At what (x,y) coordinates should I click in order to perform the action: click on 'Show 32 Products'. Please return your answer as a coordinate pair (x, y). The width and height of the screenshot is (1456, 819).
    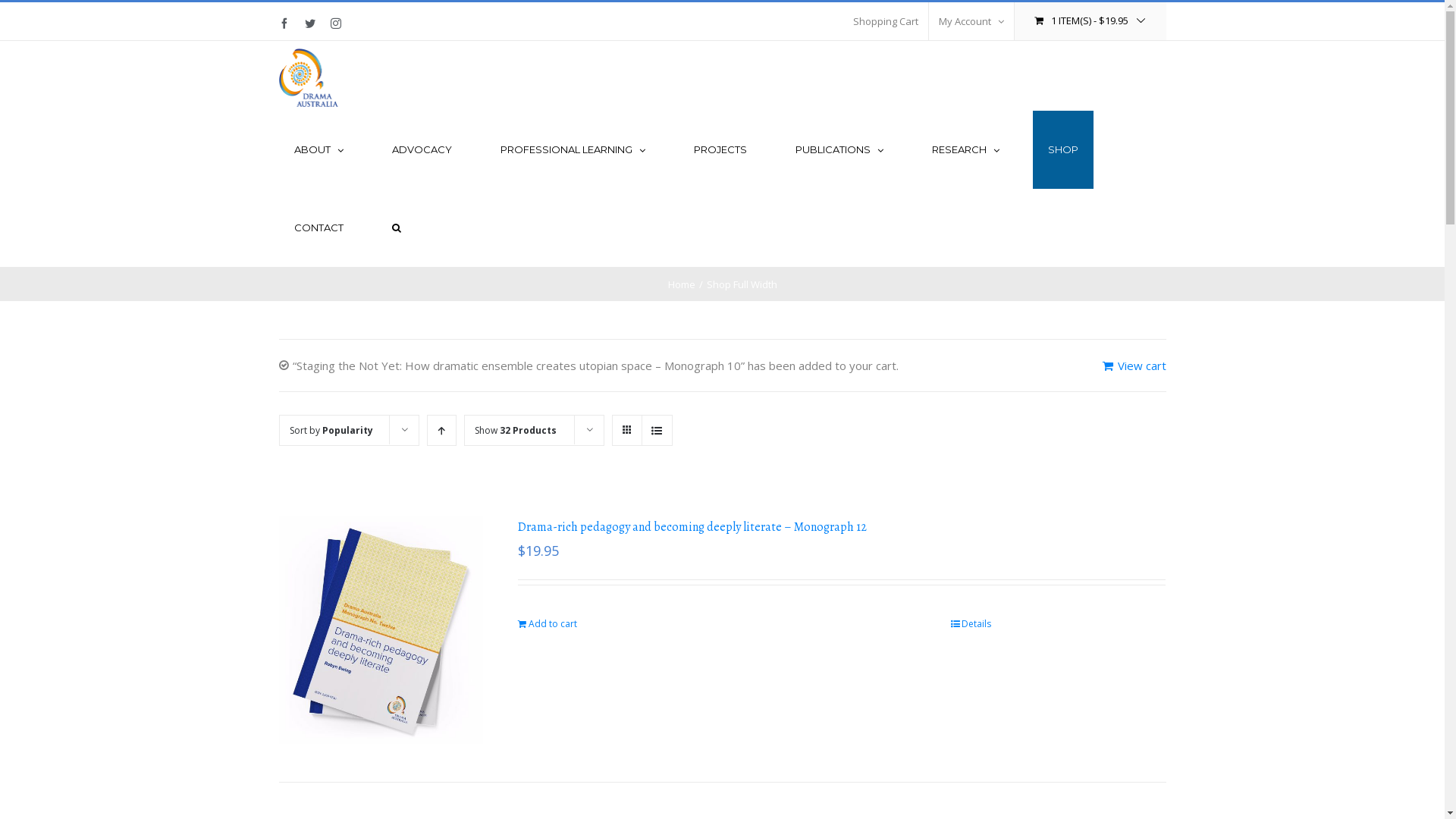
    Looking at the image, I should click on (473, 430).